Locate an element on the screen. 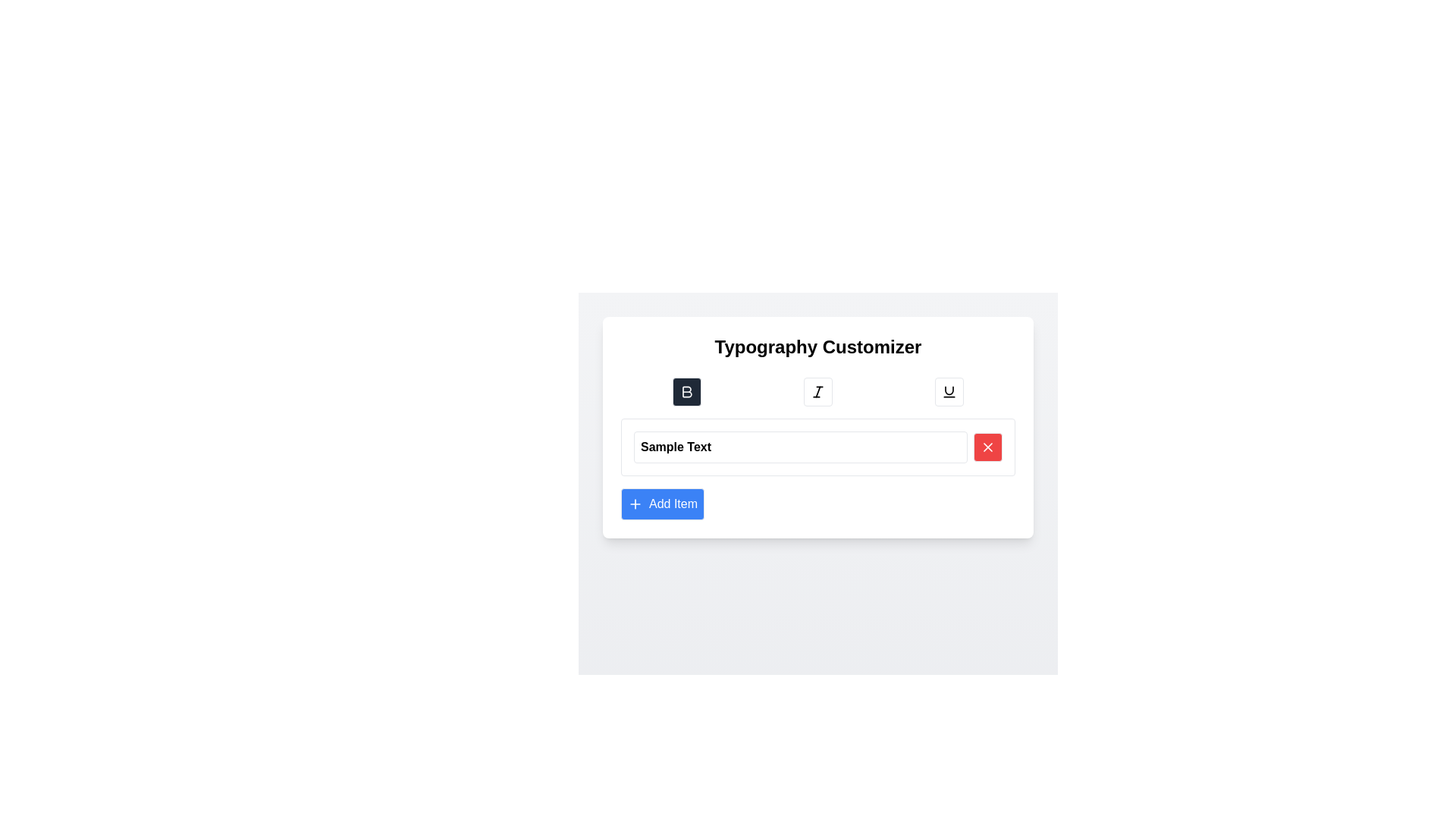  the curved decorative line forming half a U-shape, which is part of the third icon from the left in a row of three icons in the 'Typography Customizer' panel is located at coordinates (949, 390).